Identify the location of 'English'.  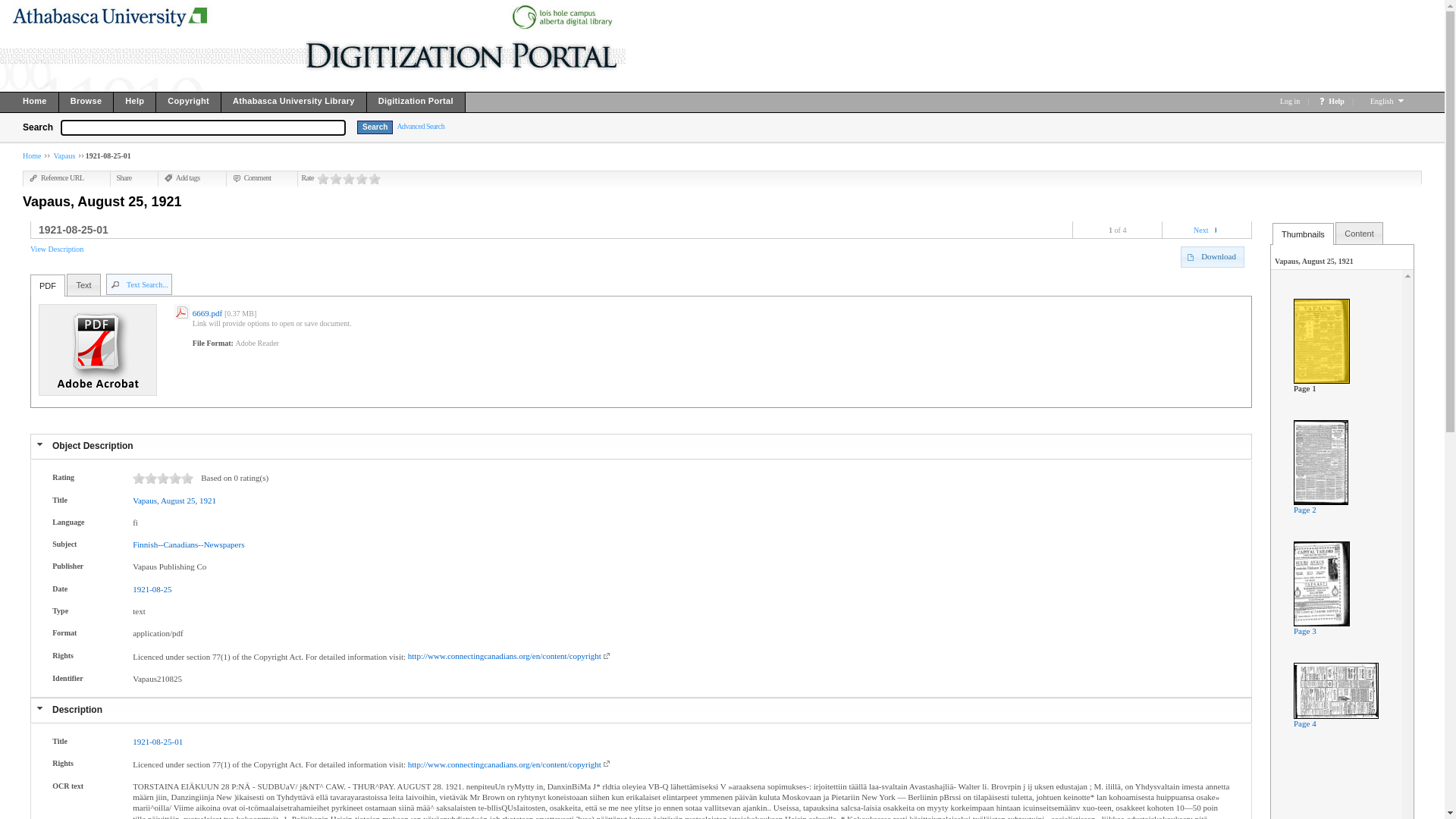
(1382, 101).